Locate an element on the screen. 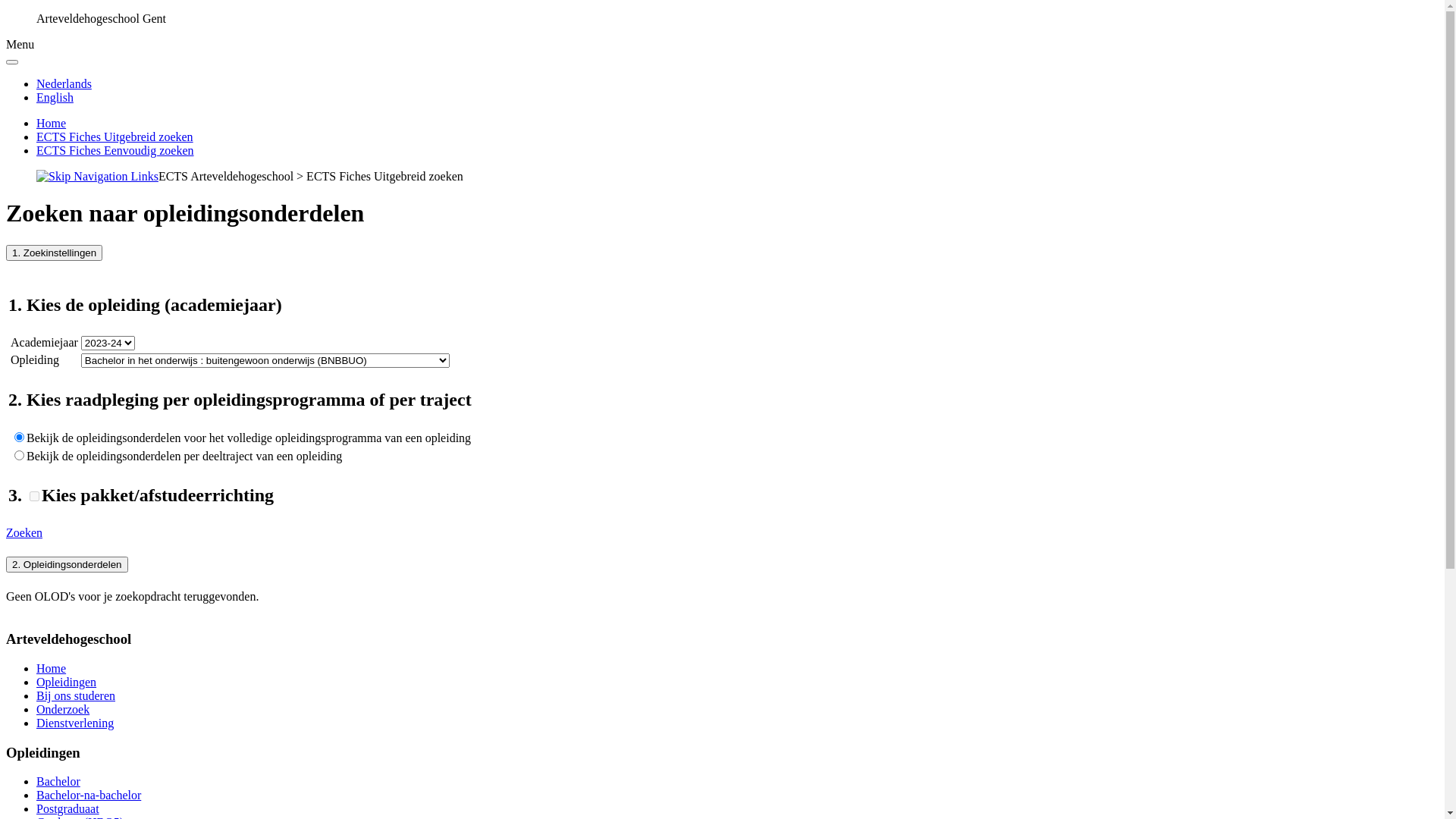  'Dienstverlening' is located at coordinates (74, 722).